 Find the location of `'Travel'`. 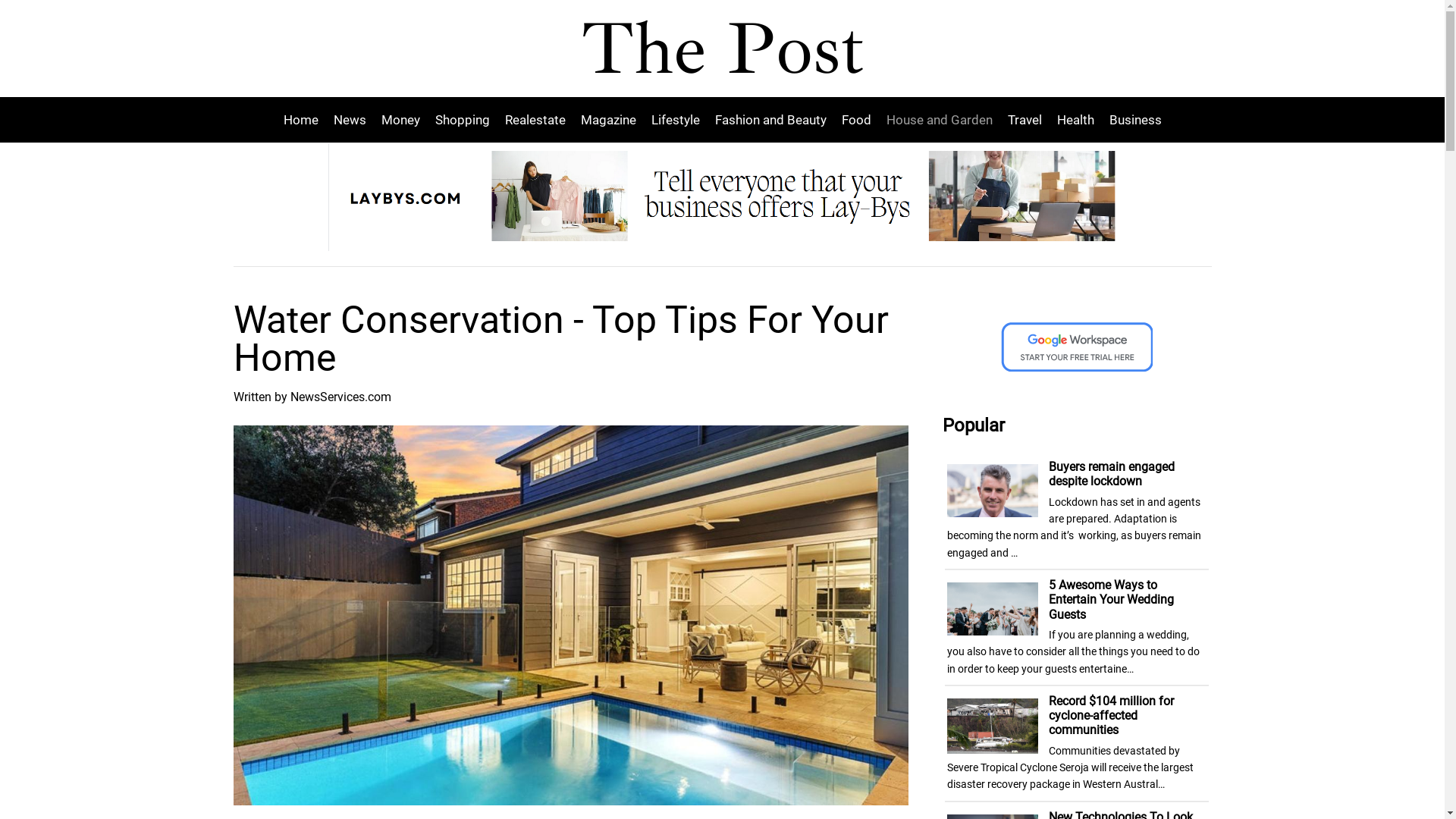

'Travel' is located at coordinates (1024, 119).